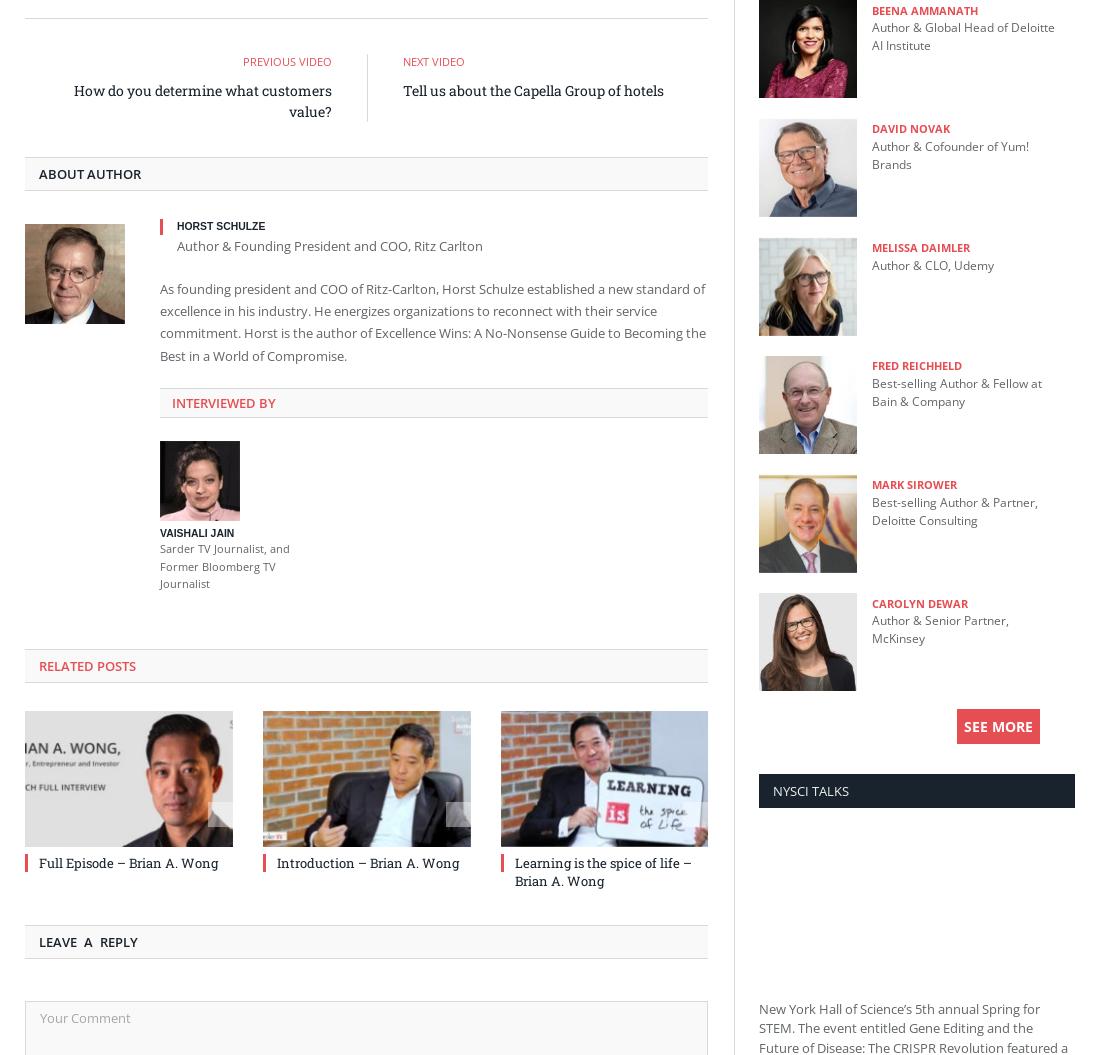  What do you see at coordinates (224, 564) in the screenshot?
I see `'Sarder TV Journalist, and Former Bloomberg TV Journalist'` at bounding box center [224, 564].